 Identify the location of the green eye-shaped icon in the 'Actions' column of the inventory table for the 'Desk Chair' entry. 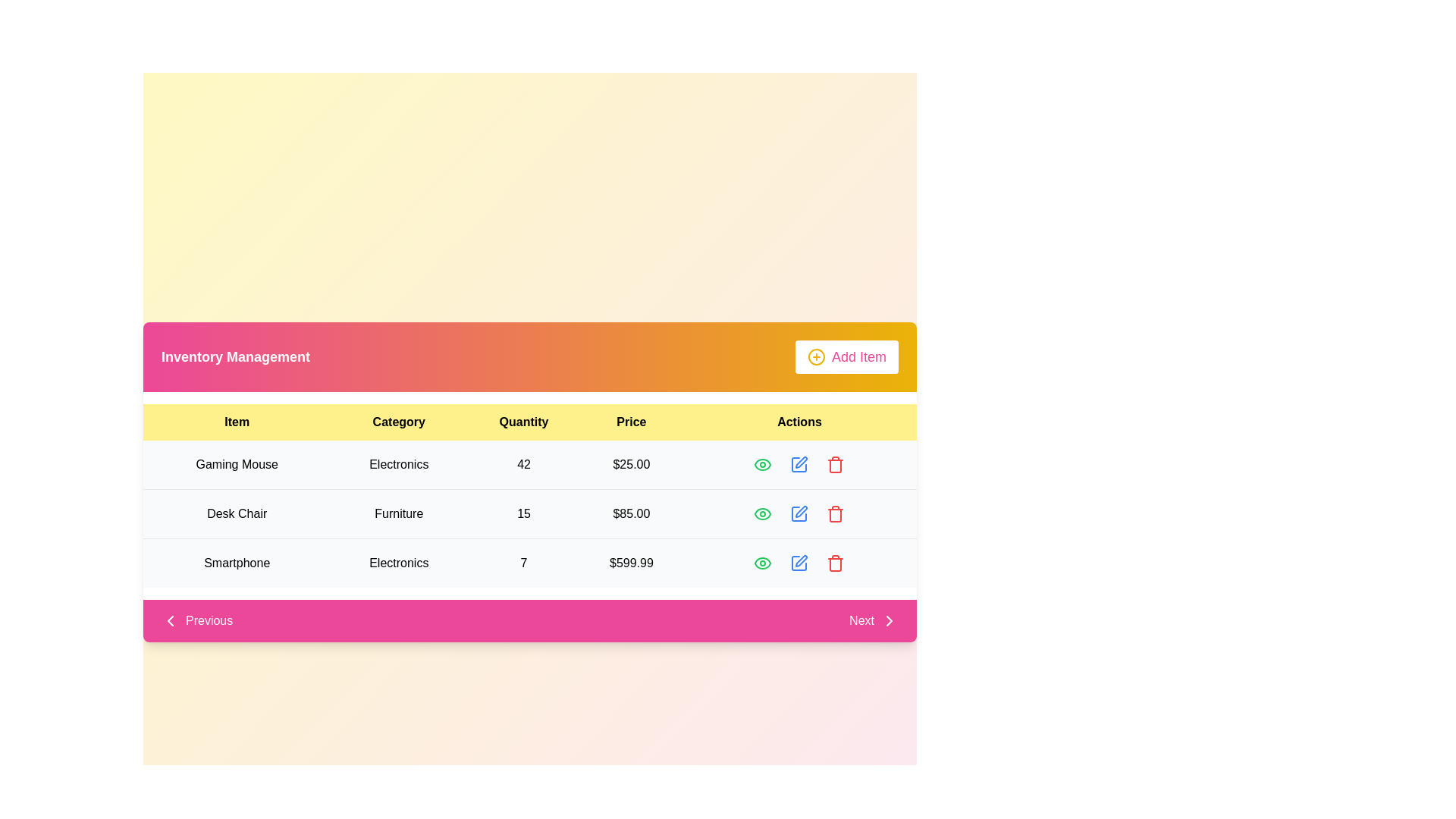
(763, 513).